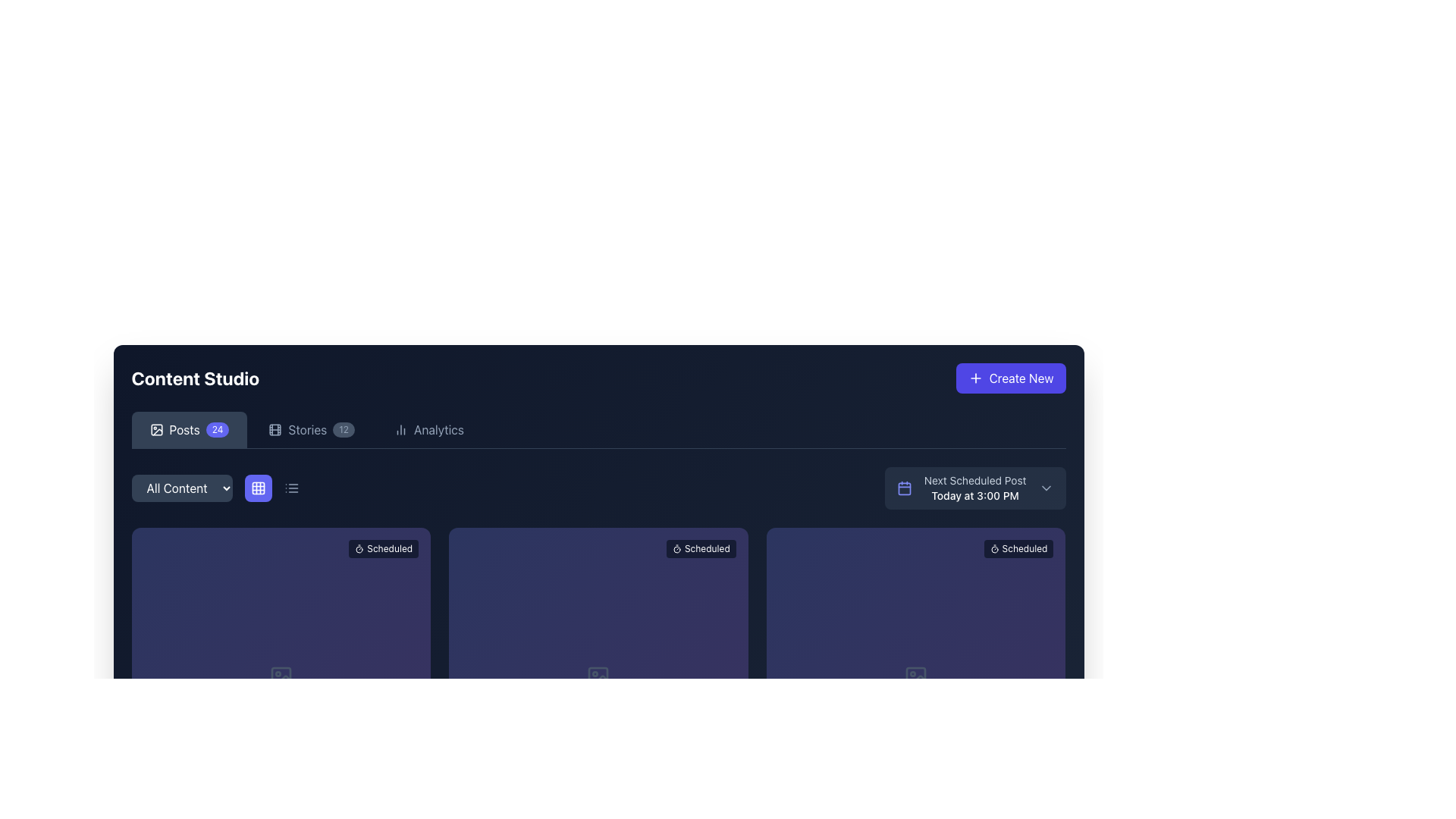 The width and height of the screenshot is (1456, 819). I want to click on the text label displaying 'Today at 3:00 PM', which provides information about the next scheduled post's date and time, located beneath 'Next Scheduled Post' in the top-right section of the interface, so click(975, 496).